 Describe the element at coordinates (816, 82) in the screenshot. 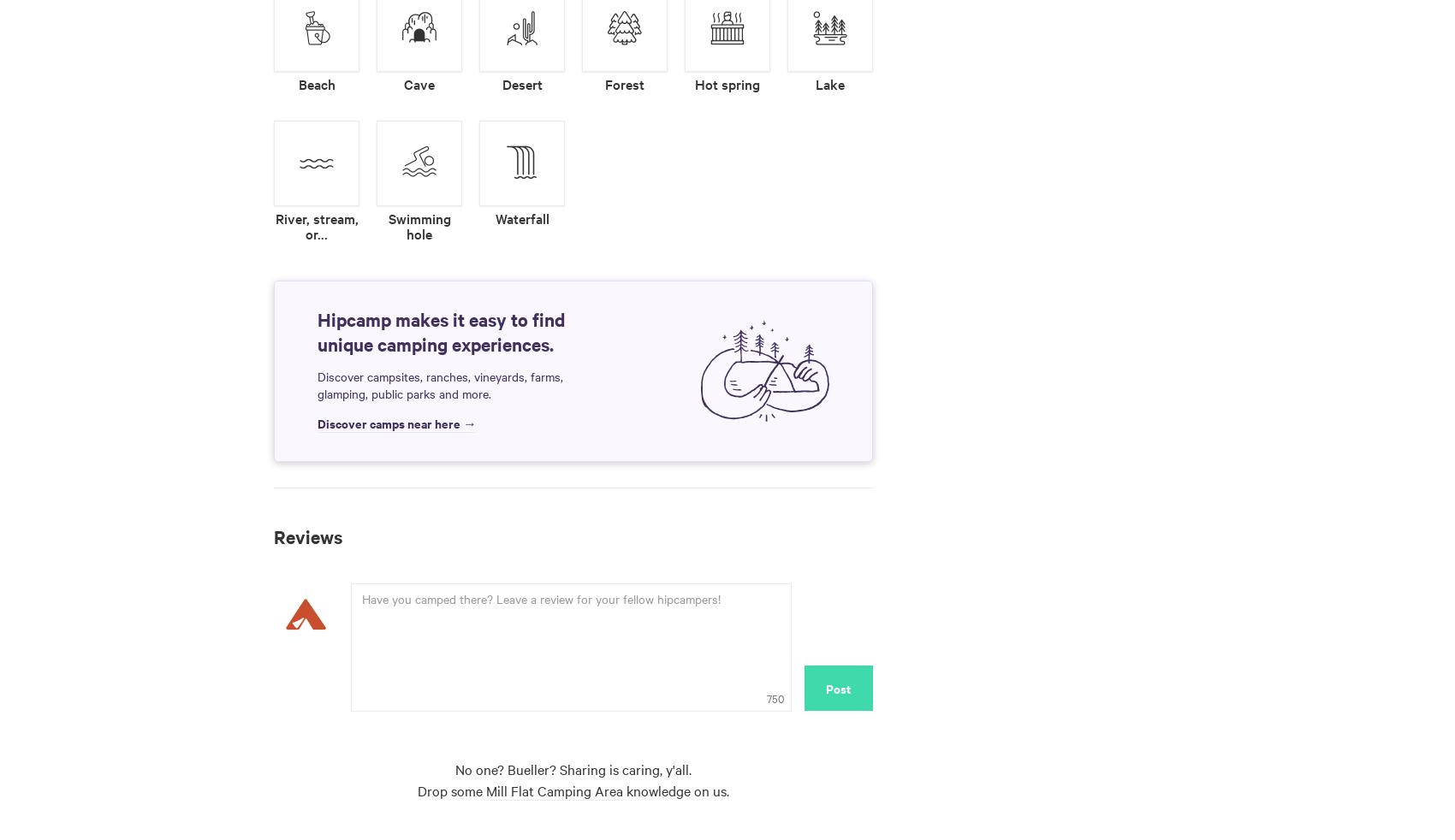

I see `'Lake'` at that location.